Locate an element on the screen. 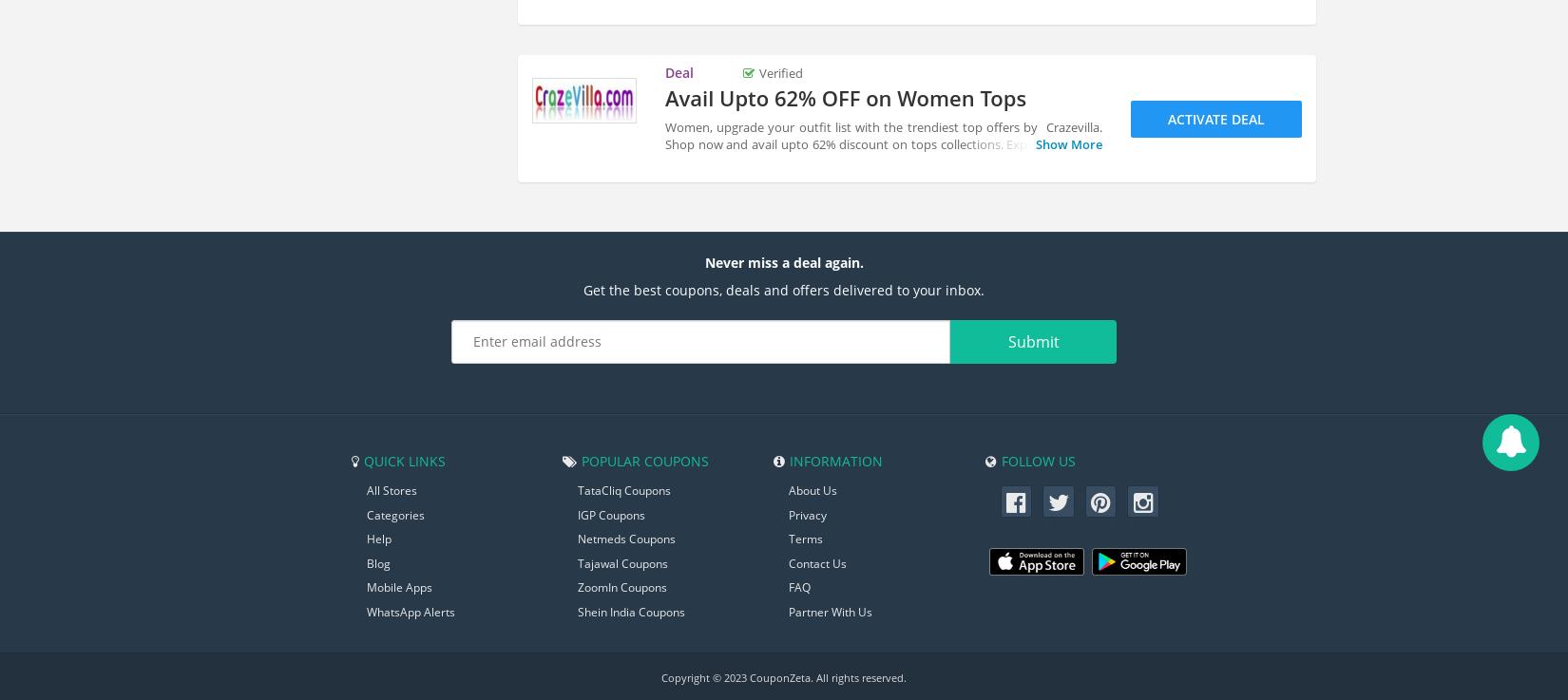 The width and height of the screenshot is (1568, 700). 'WhatsApp Alerts' is located at coordinates (410, 611).